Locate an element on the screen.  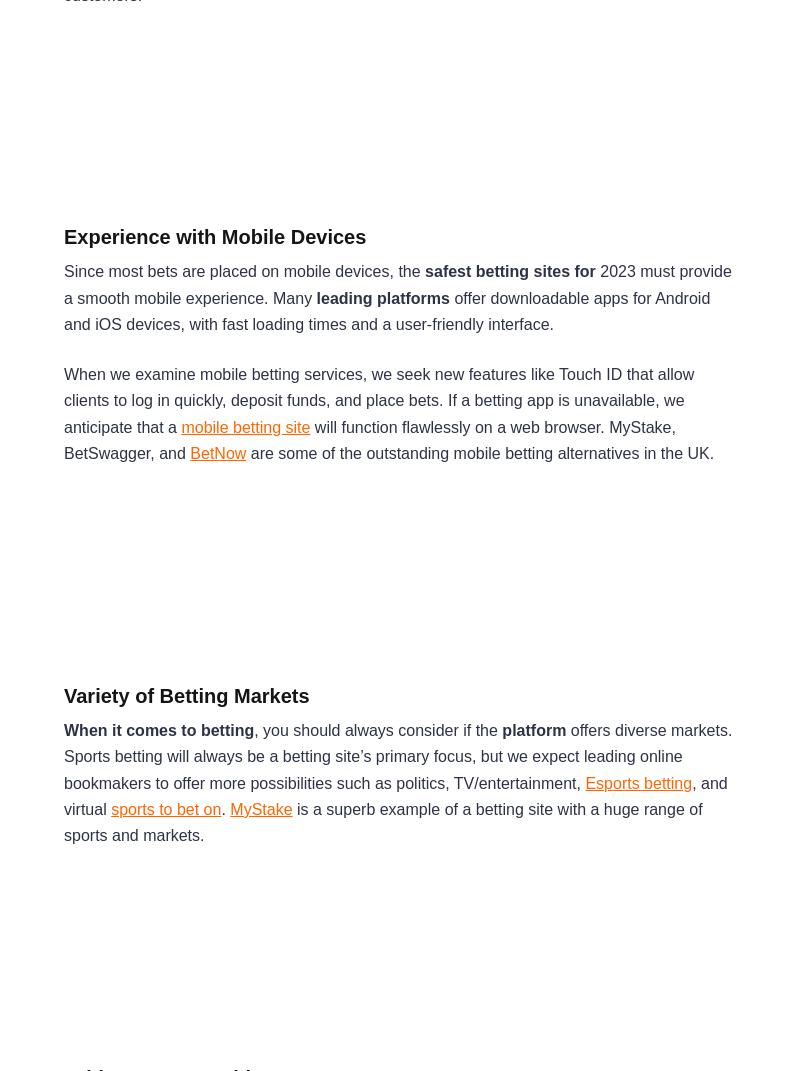
', and virtual' is located at coordinates (394, 794).